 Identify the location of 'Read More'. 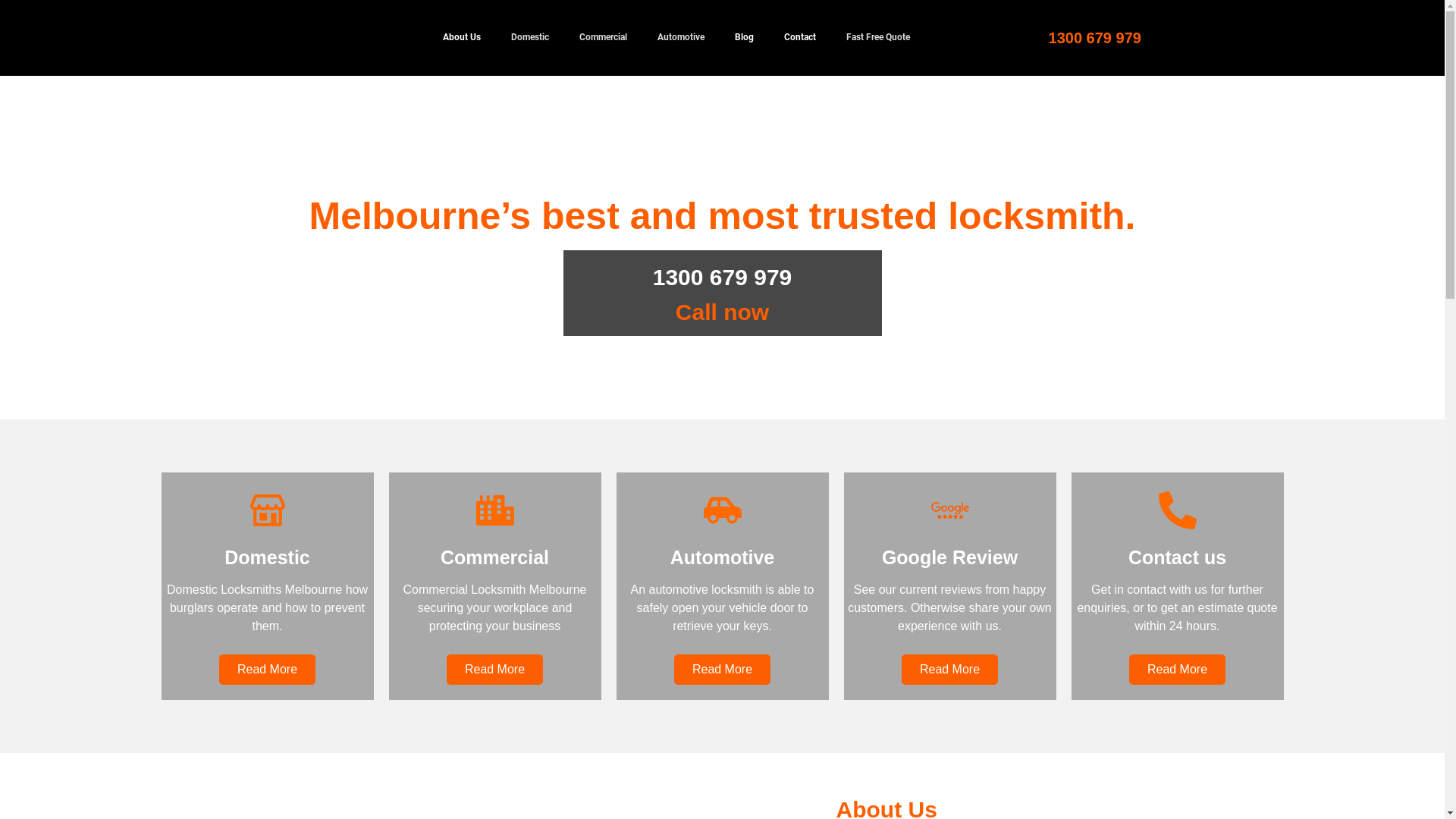
(267, 669).